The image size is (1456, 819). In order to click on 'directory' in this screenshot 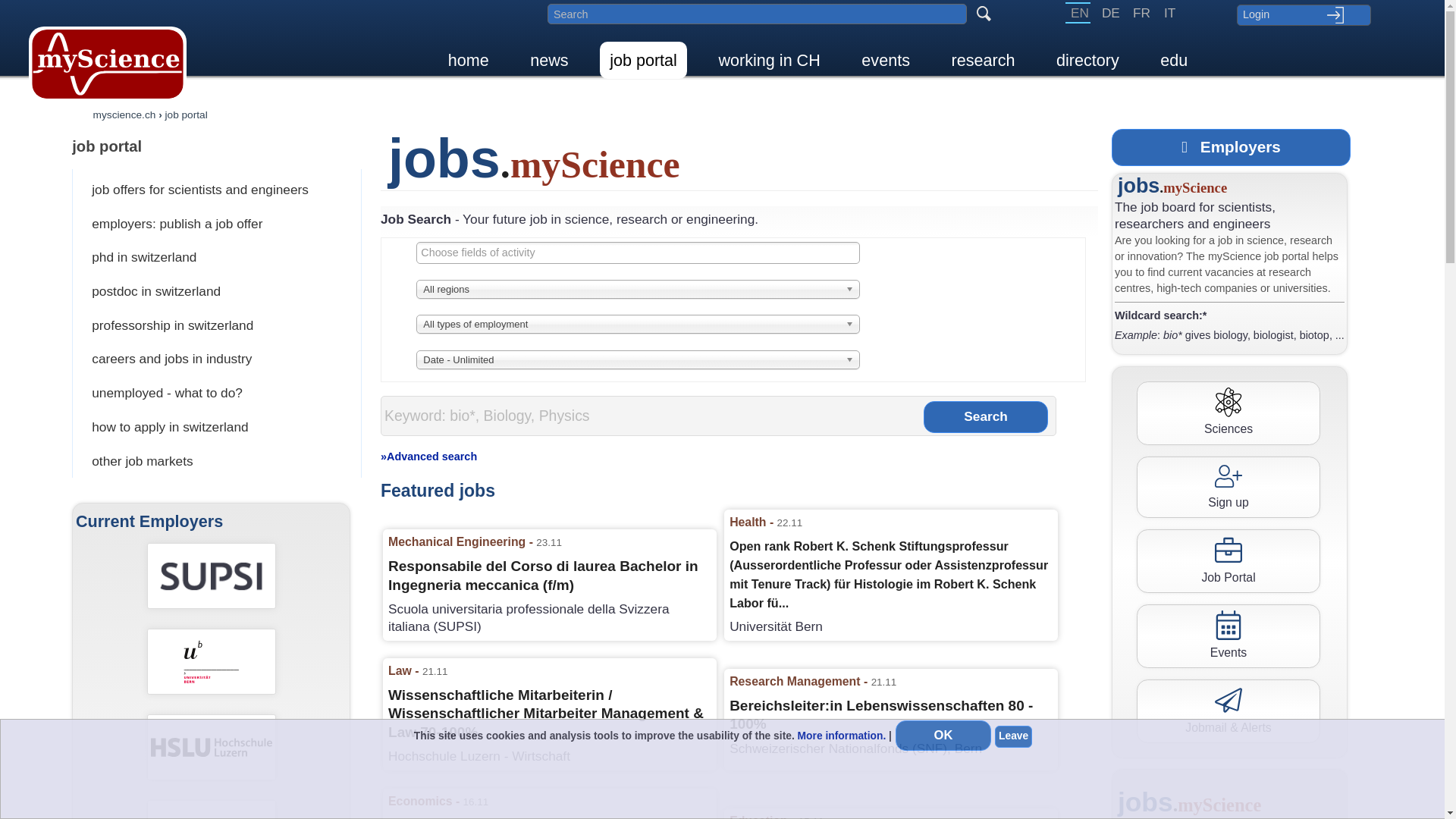, I will do `click(1087, 59)`.